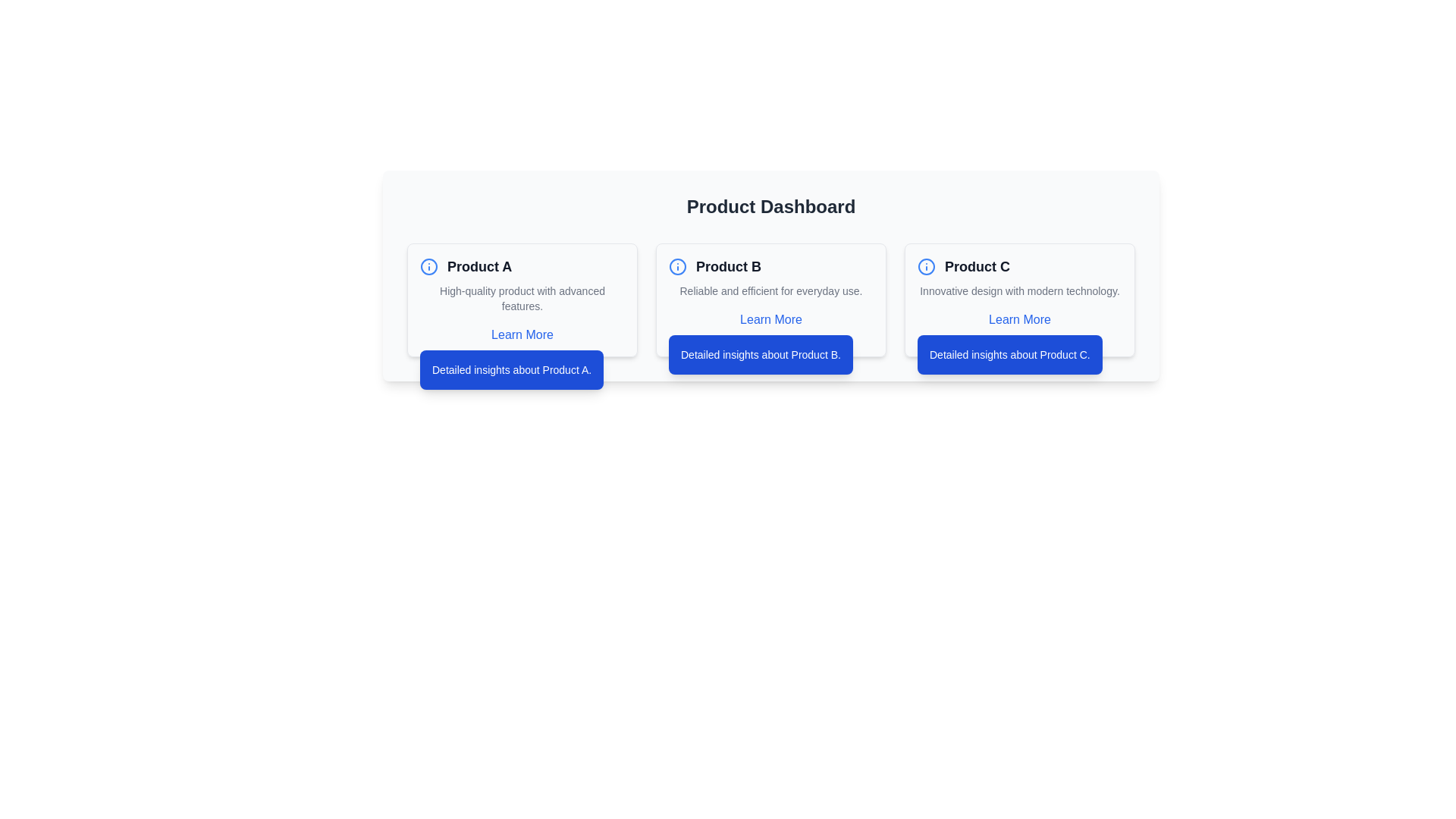 Image resolution: width=1456 pixels, height=819 pixels. I want to click on the Text Label that identifies the card's content as relating to 'Product A', located in the top-left section of the card, to the right of a blue information symbol, so click(479, 265).